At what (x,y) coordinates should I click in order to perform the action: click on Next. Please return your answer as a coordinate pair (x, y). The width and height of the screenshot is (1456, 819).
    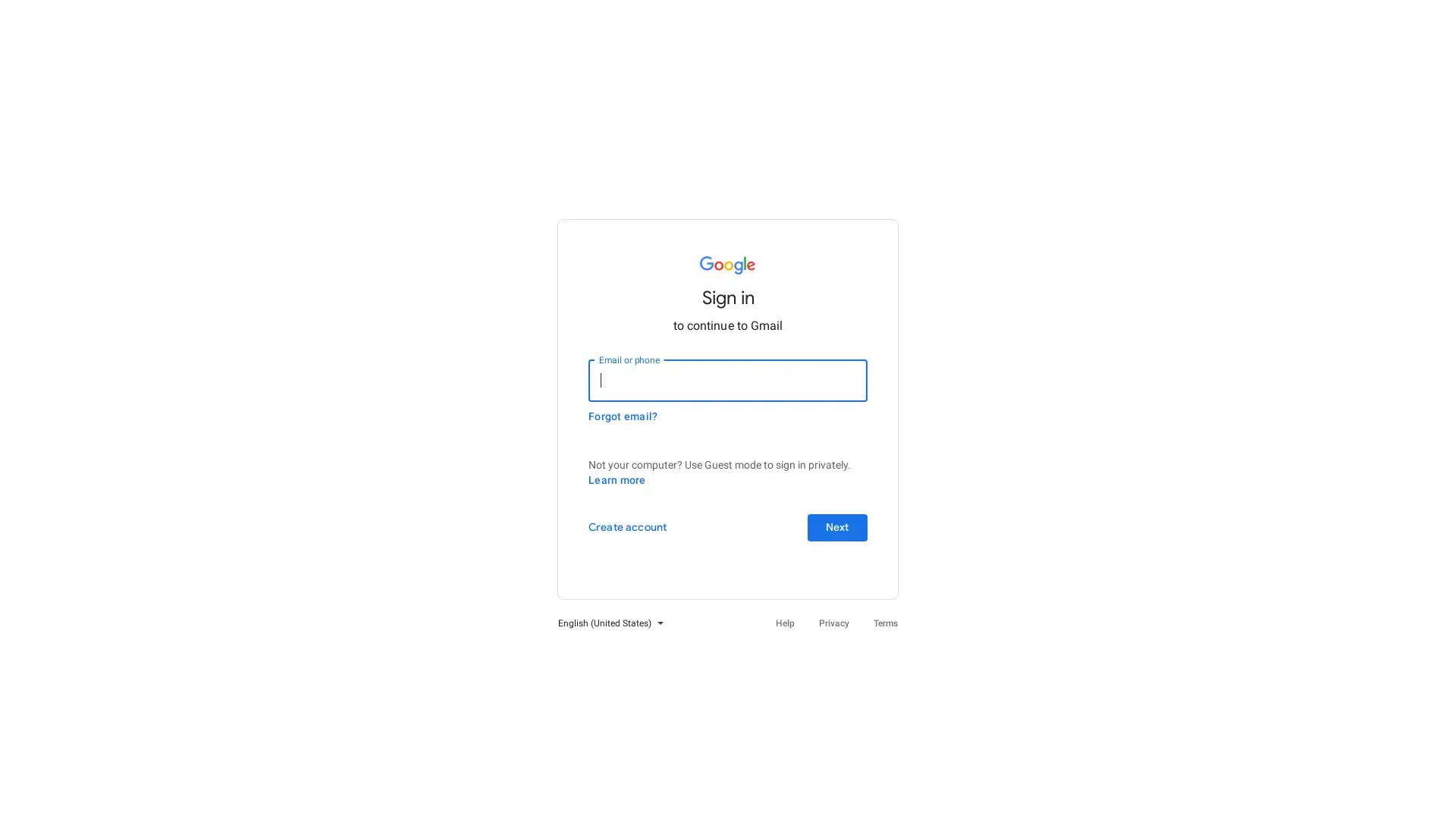
    Looking at the image, I should click on (836, 526).